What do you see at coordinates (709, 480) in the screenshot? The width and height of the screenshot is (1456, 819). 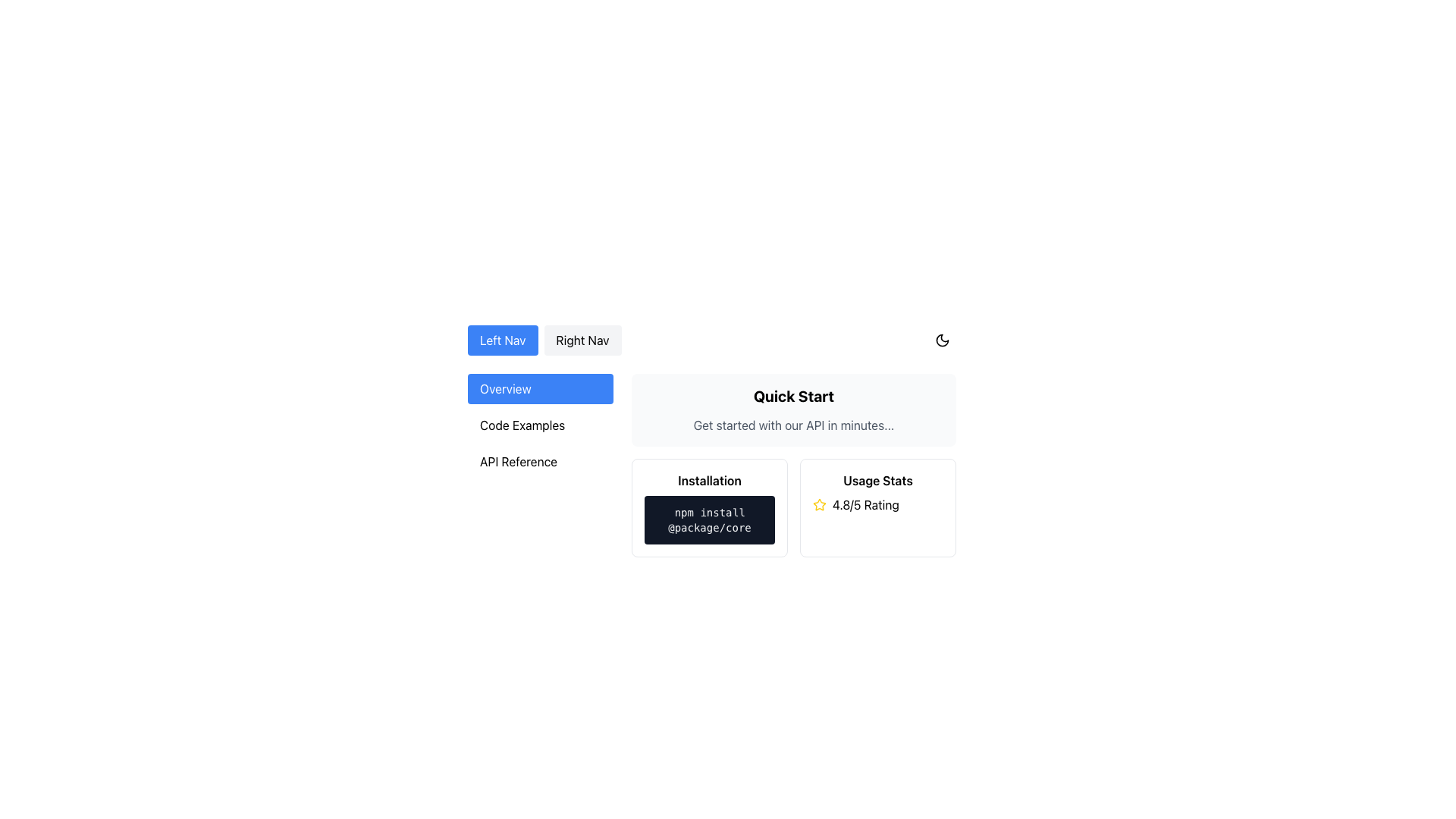 I see `the Text Label that serves as a title for the installation instructions in the 'Quick Start' section, positioned above a code snippet` at bounding box center [709, 480].